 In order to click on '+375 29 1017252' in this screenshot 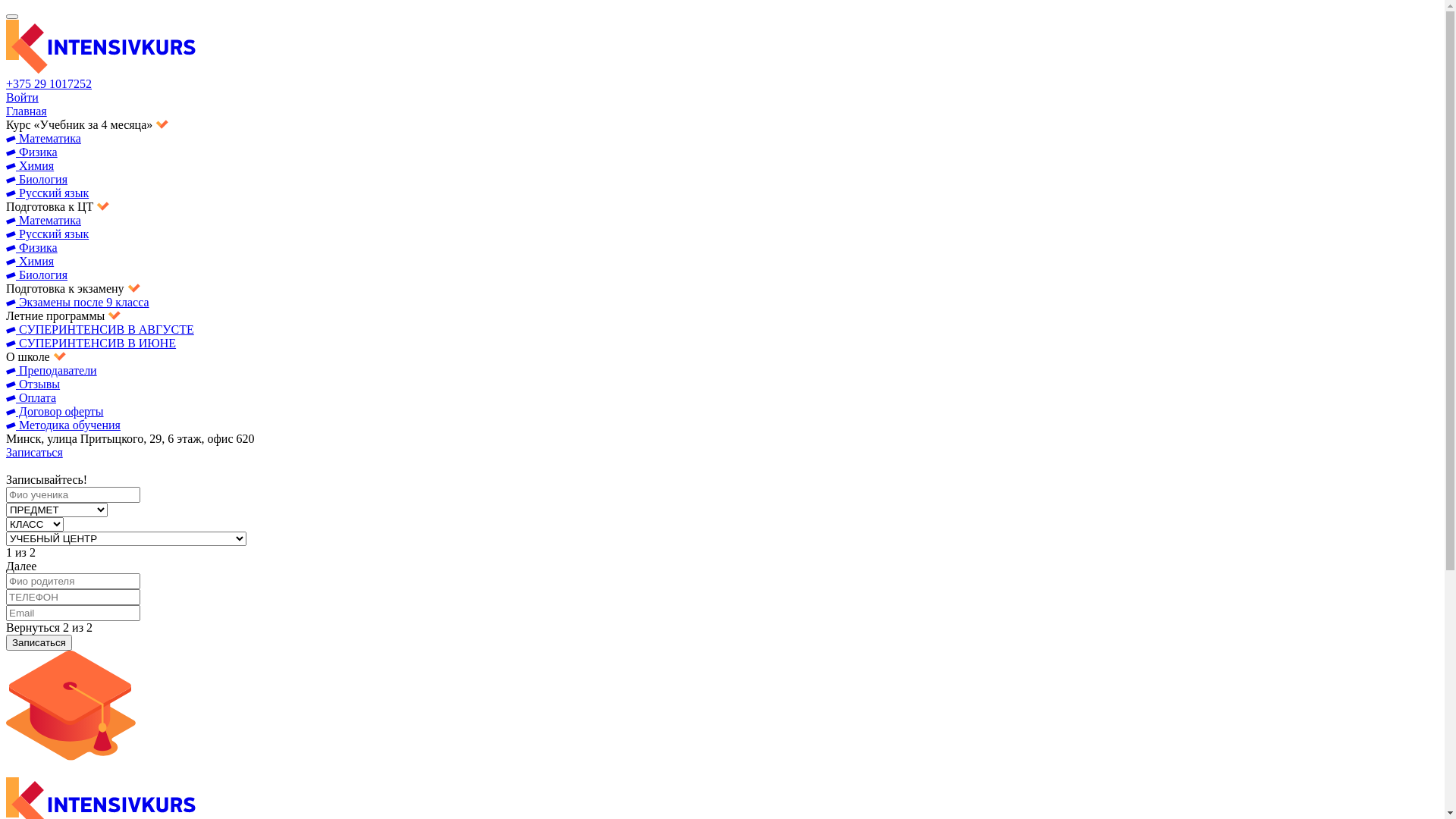, I will do `click(49, 83)`.